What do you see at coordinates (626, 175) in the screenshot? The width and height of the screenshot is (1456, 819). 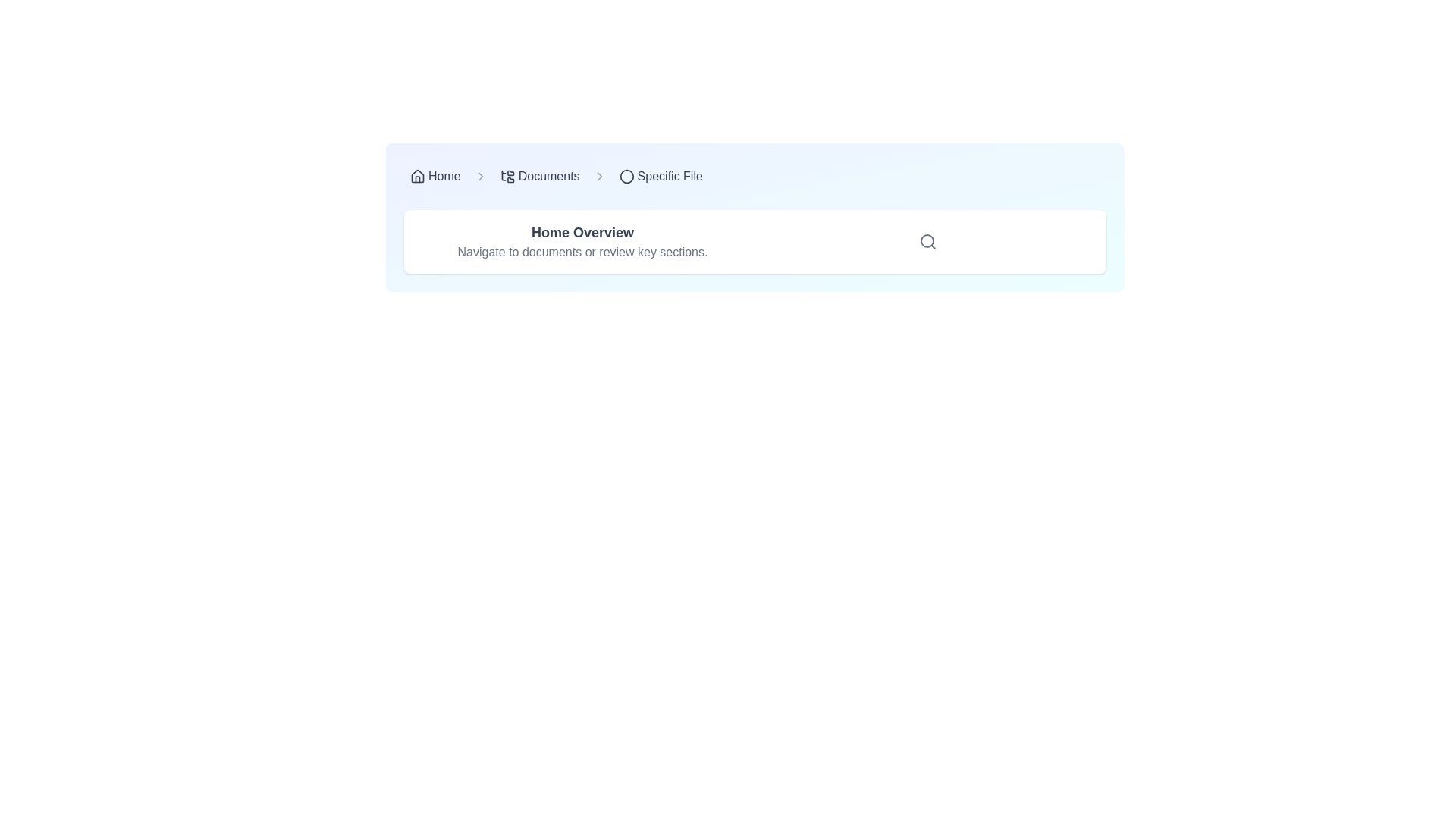 I see `the icon representing a specific file in the breadcrumb navigation, located between 'Documents' and 'Specific File' text label` at bounding box center [626, 175].